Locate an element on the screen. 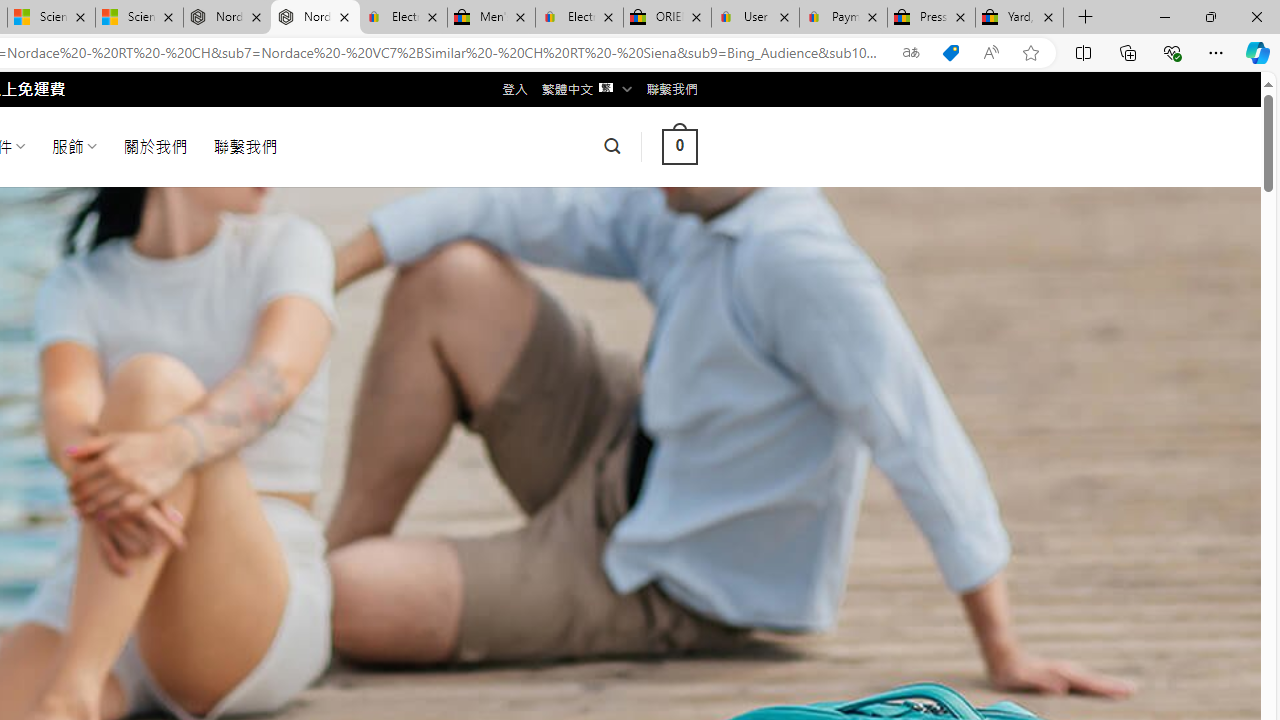  'Electronics, Cars, Fashion, Collectibles & More | eBay' is located at coordinates (578, 17).